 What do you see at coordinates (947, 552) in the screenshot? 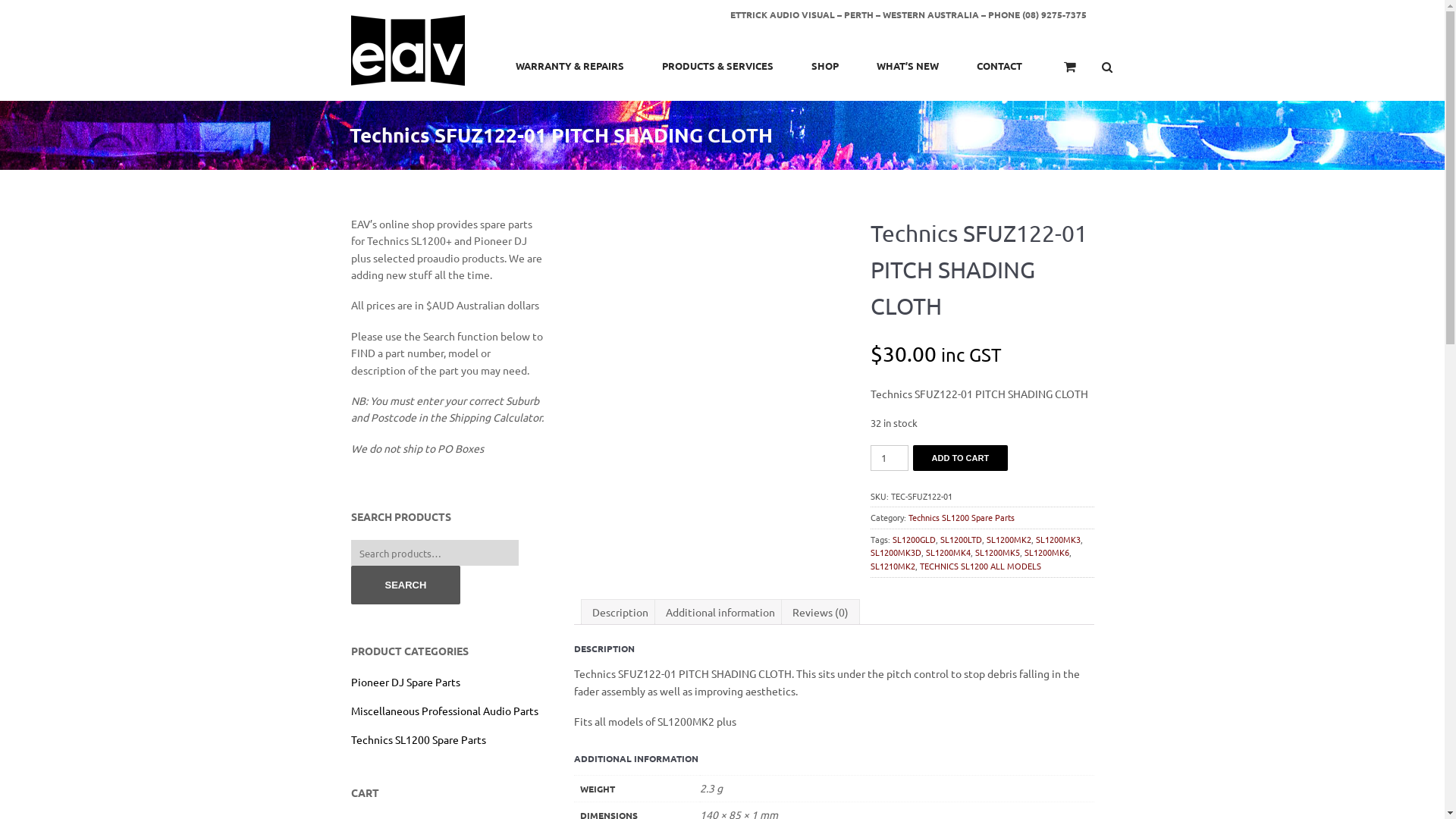
I see `'SL1200MK4'` at bounding box center [947, 552].